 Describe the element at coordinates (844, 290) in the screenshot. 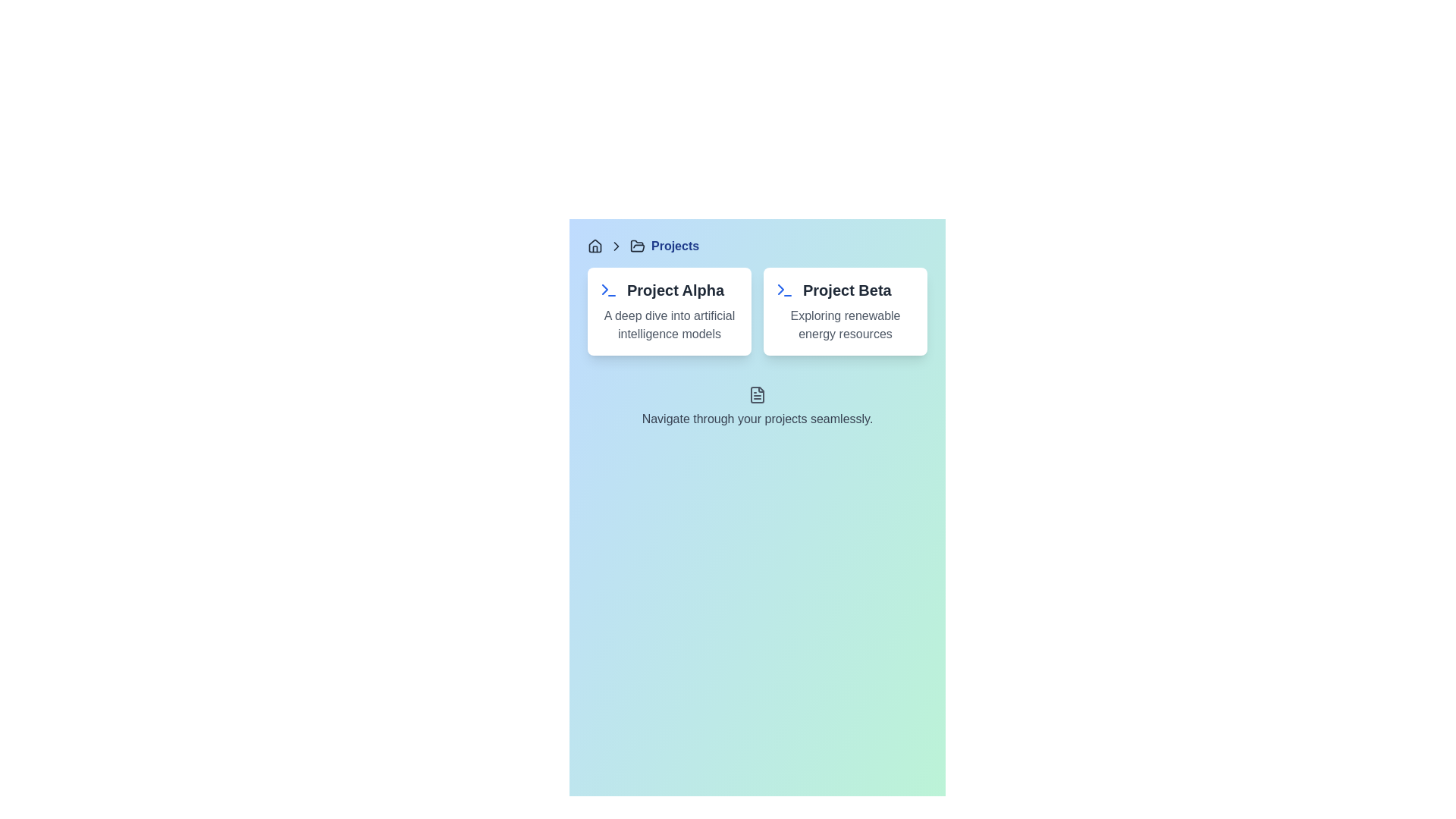

I see `the text label identified as 'Project Beta'` at that location.